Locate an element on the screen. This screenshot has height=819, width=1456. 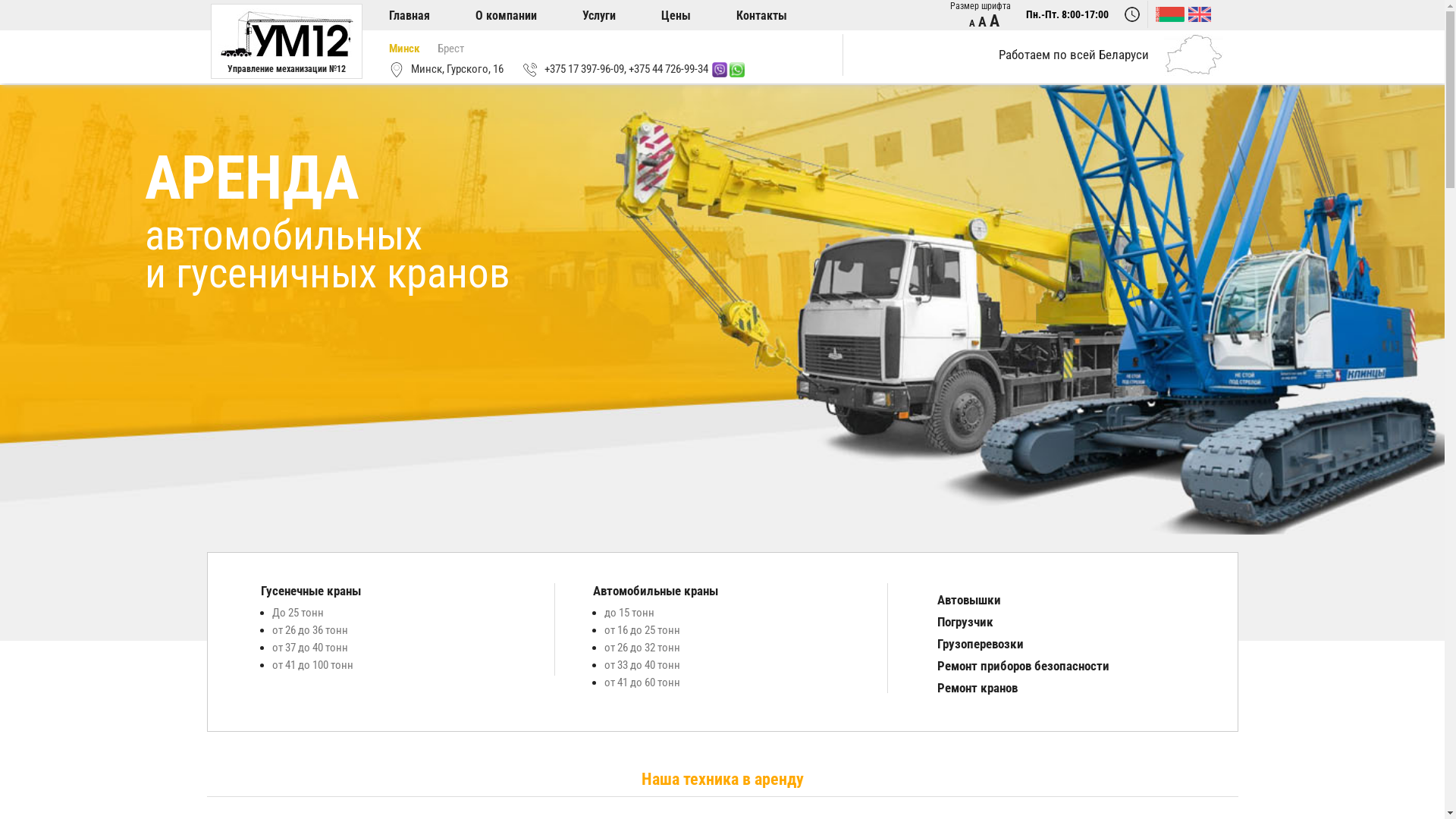
'A' is located at coordinates (971, 23).